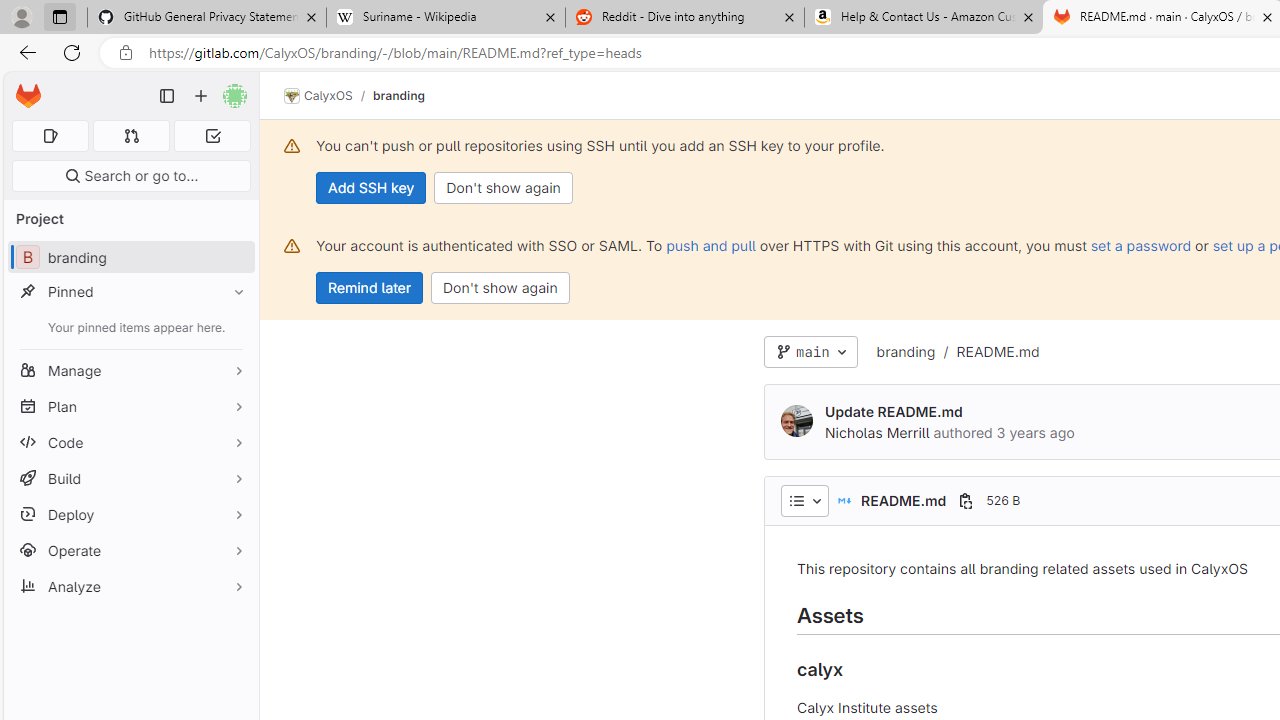 The image size is (1280, 720). I want to click on 'Class: s16 gl-alert-icon gl-alert-icon-no-title', so click(290, 245).